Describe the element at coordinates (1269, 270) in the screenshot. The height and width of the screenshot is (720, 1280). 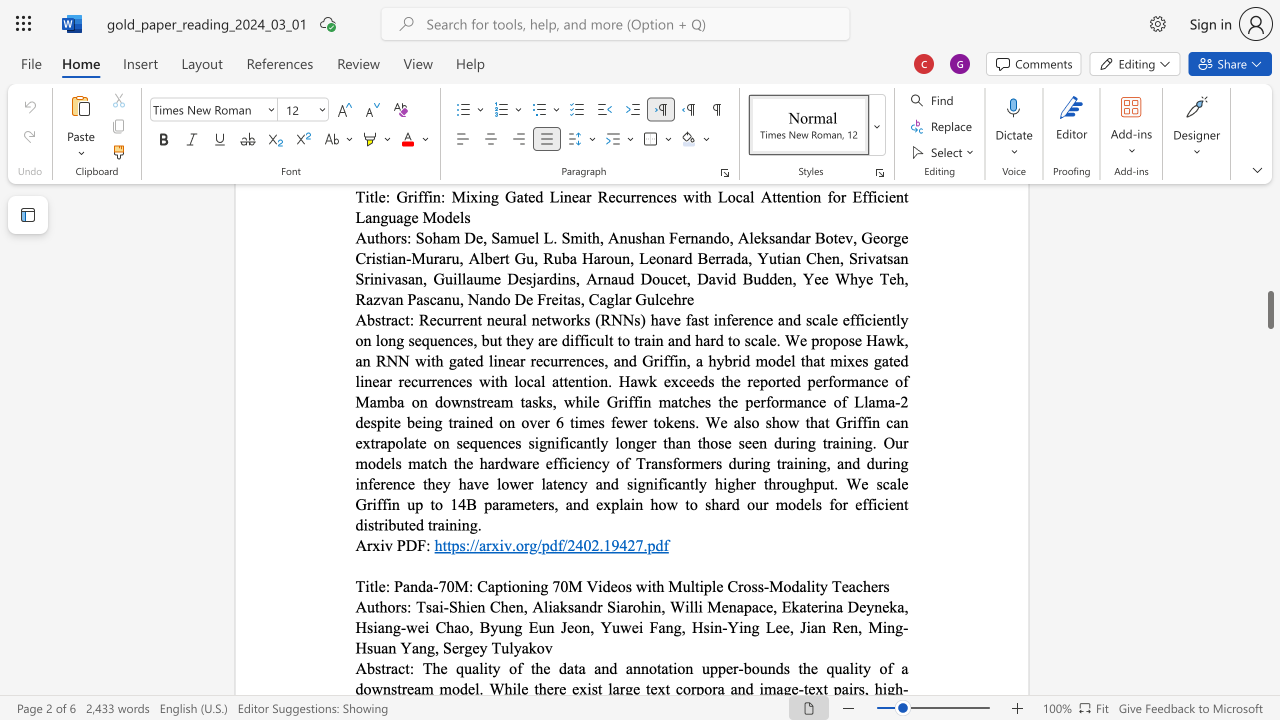
I see `the scrollbar on the right to move the page upward` at that location.